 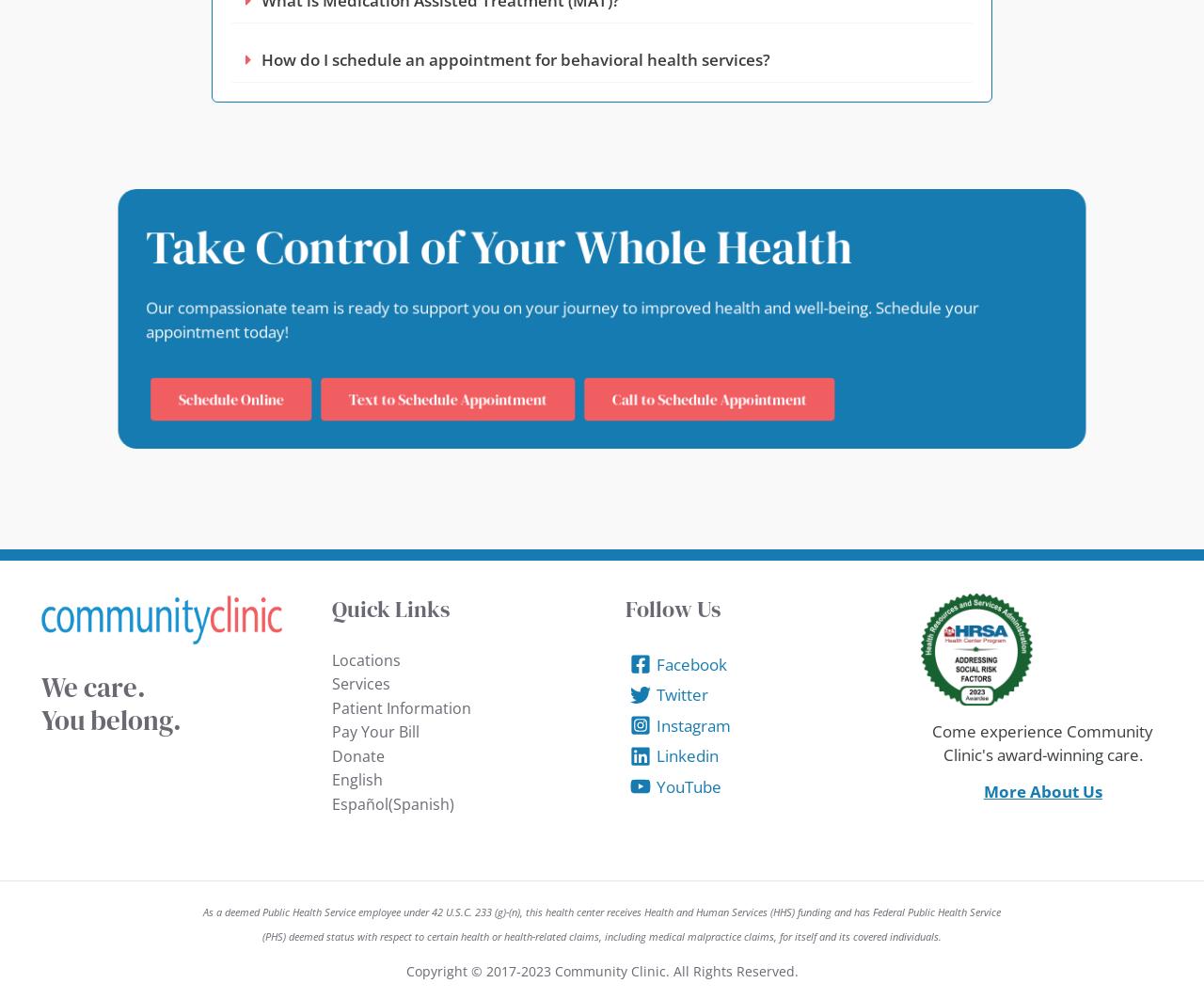 What do you see at coordinates (673, 608) in the screenshot?
I see `'Follow Us'` at bounding box center [673, 608].